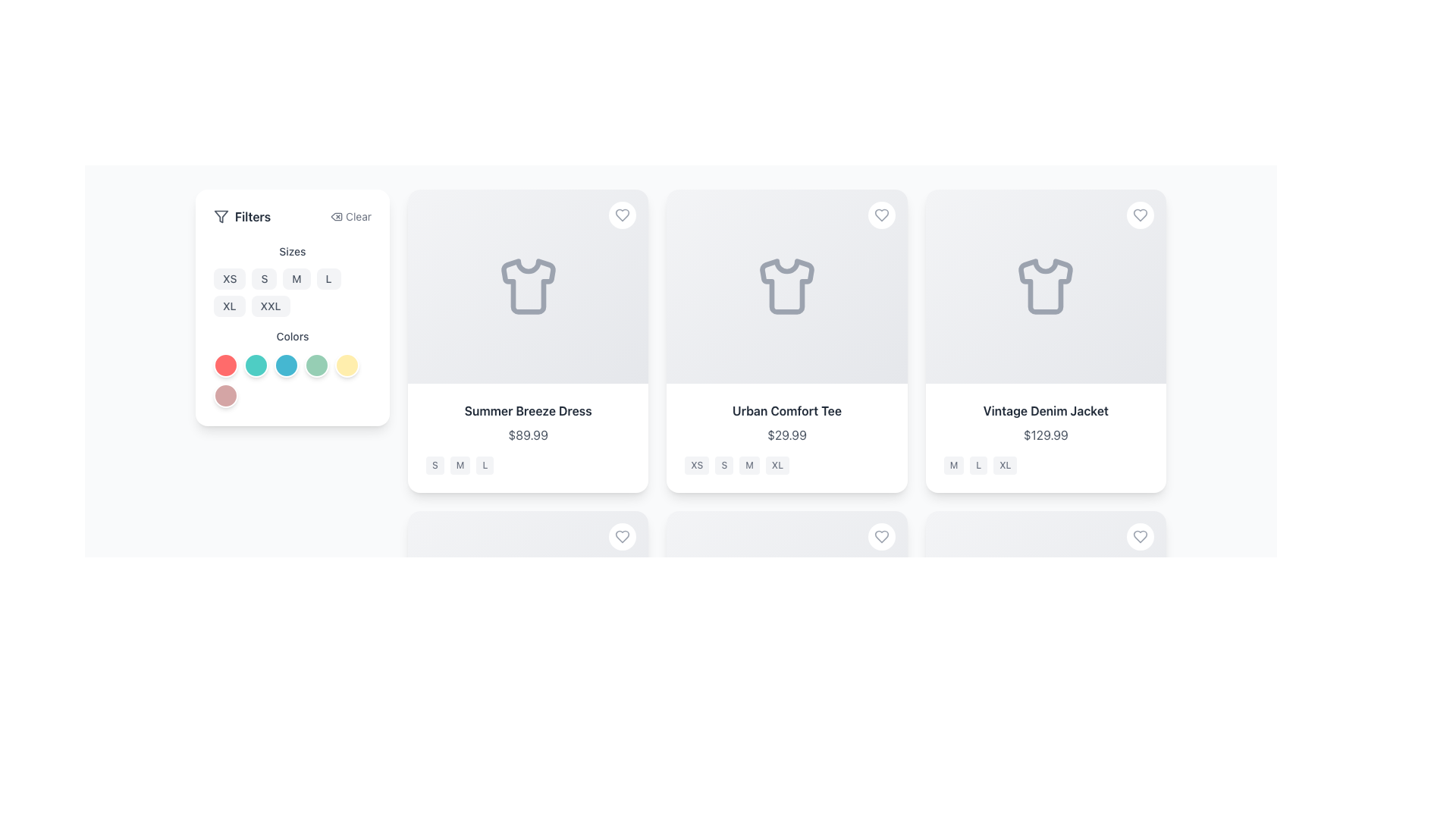 The height and width of the screenshot is (819, 1456). What do you see at coordinates (623, 215) in the screenshot?
I see `the heart icon button located in the top-right corner of the product card titled 'Summer Breeze Dress'. This button is the second icon in the sequence of two interactive icons on the card` at bounding box center [623, 215].